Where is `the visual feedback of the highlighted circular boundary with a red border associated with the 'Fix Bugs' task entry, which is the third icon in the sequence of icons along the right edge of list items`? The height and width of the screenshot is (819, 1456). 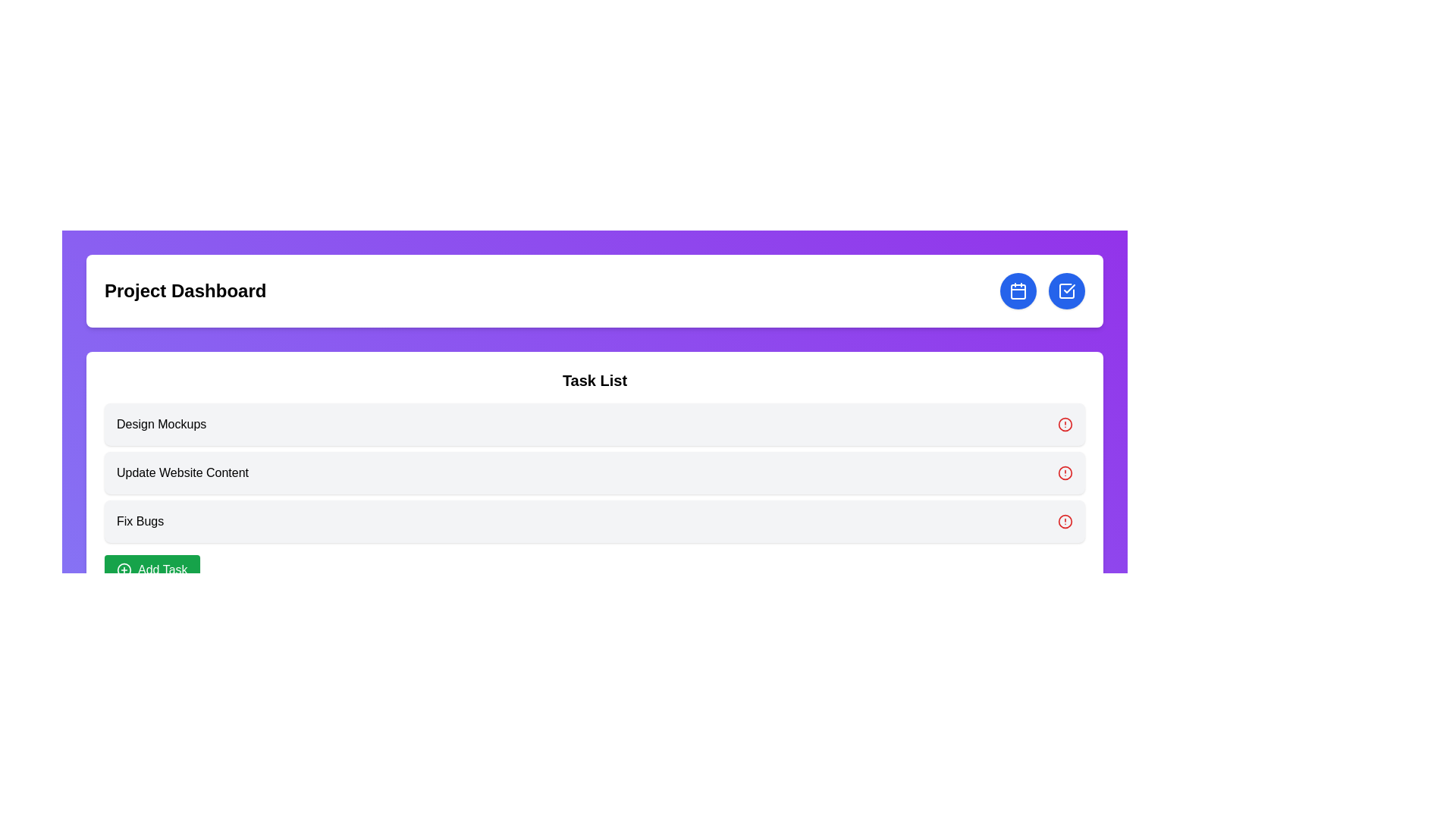 the visual feedback of the highlighted circular boundary with a red border associated with the 'Fix Bugs' task entry, which is the third icon in the sequence of icons along the right edge of list items is located at coordinates (1065, 520).